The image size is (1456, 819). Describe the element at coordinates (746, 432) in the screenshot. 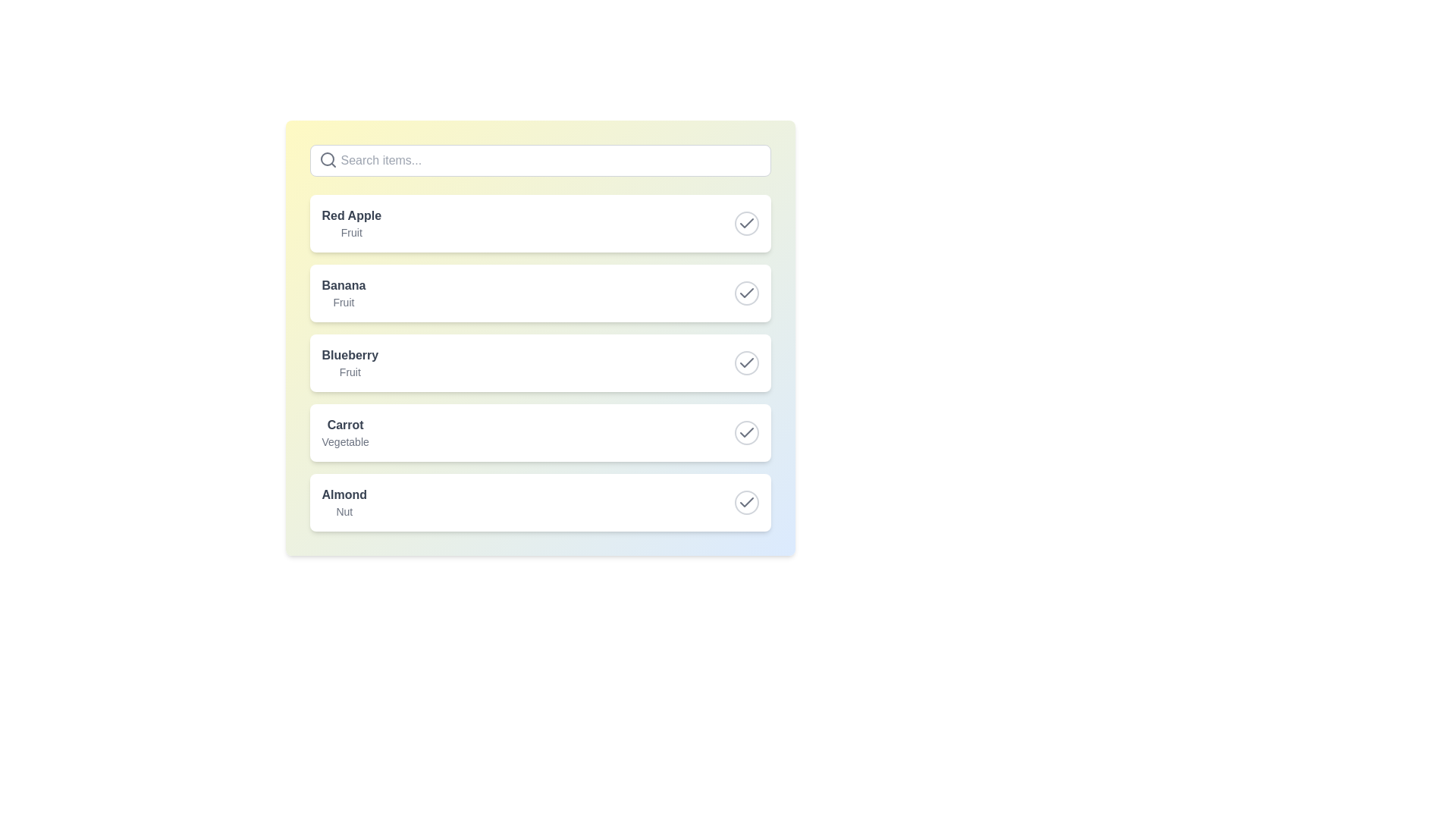

I see `the checkmark icon indicating selection for the list item 'Carrot - Vegetable'` at that location.